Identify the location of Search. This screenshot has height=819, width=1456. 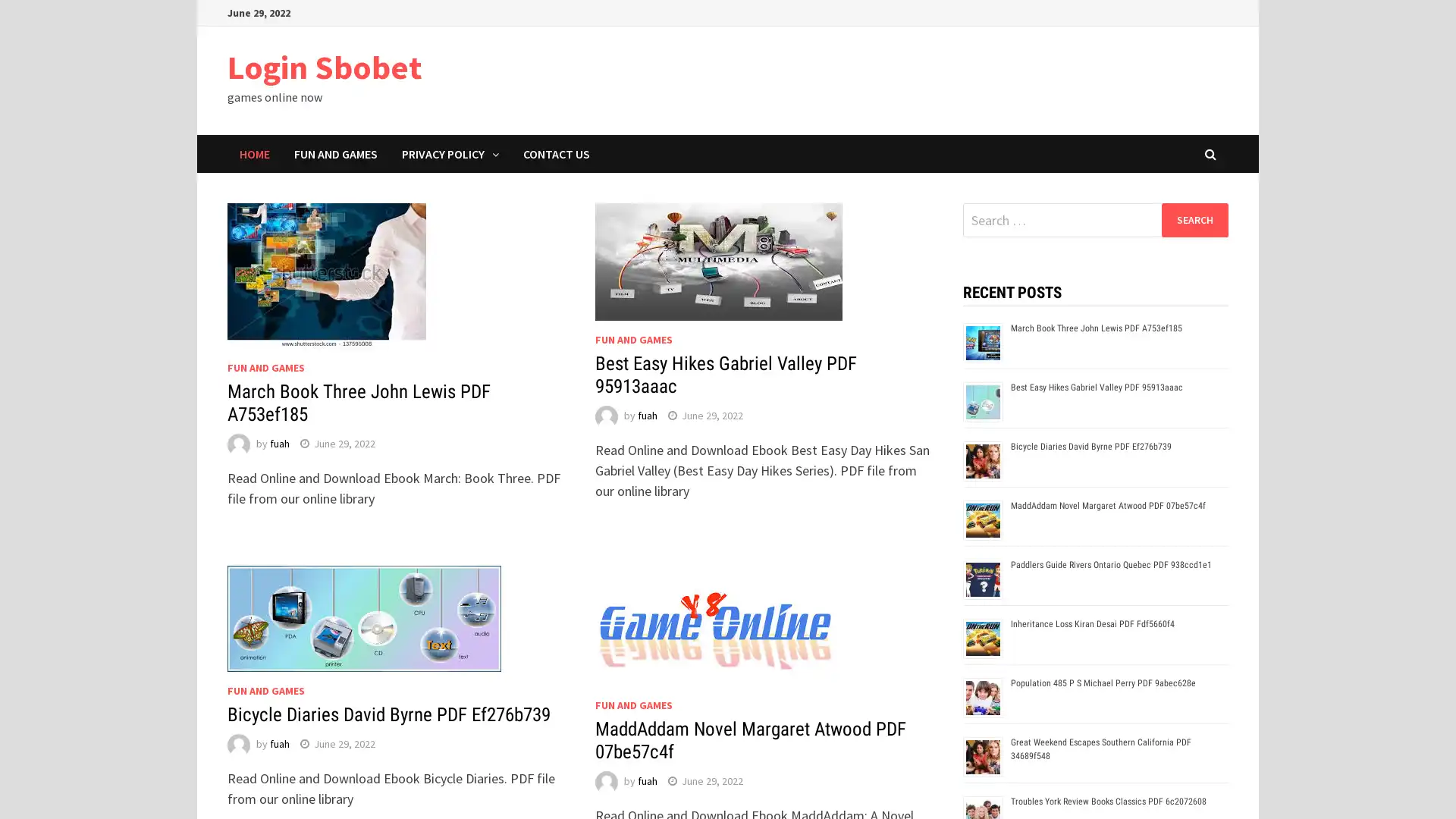
(1194, 219).